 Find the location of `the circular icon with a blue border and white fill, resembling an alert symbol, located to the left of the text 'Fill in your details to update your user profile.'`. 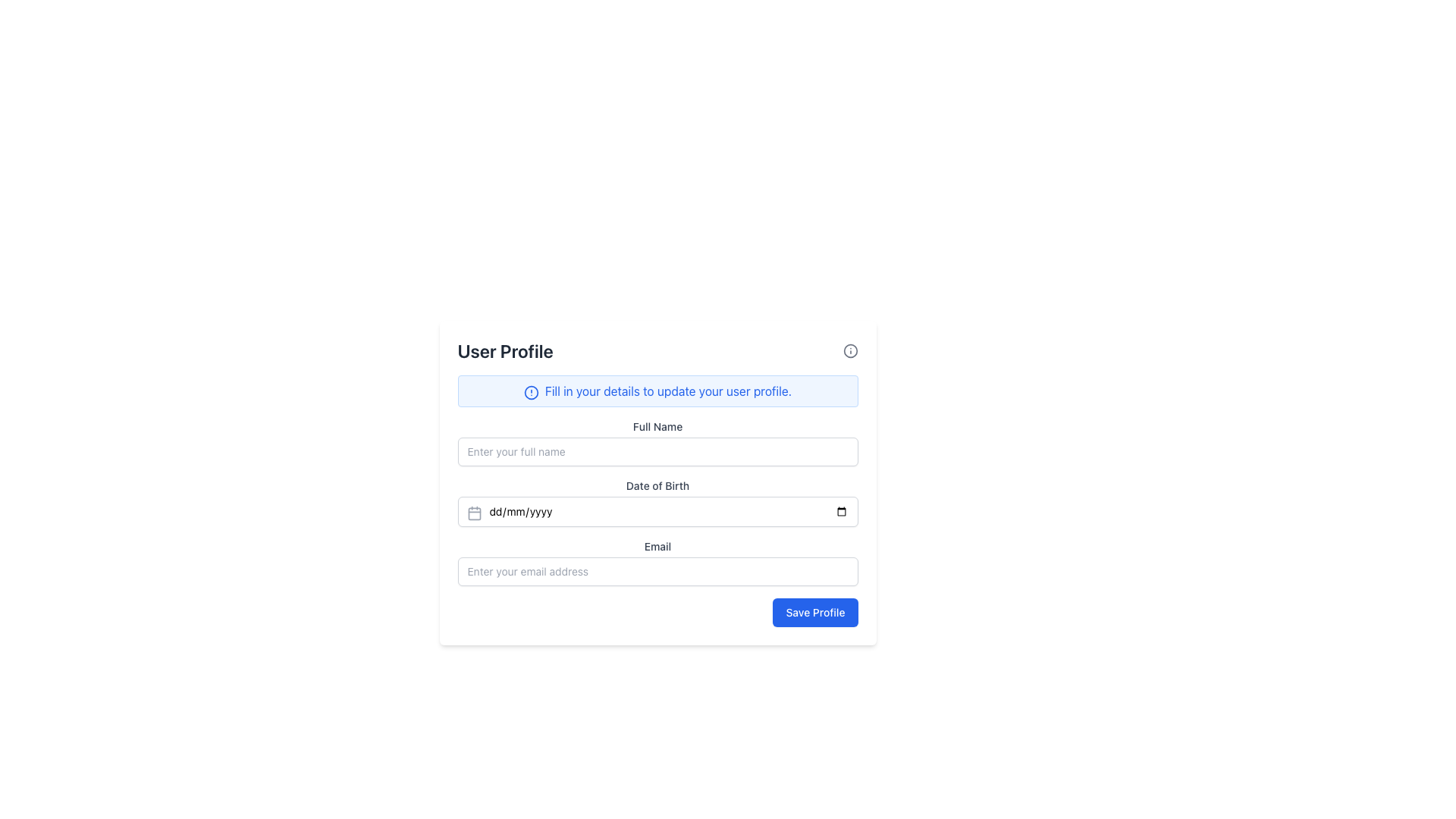

the circular icon with a blue border and white fill, resembling an alert symbol, located to the left of the text 'Fill in your details to update your user profile.' is located at coordinates (531, 391).